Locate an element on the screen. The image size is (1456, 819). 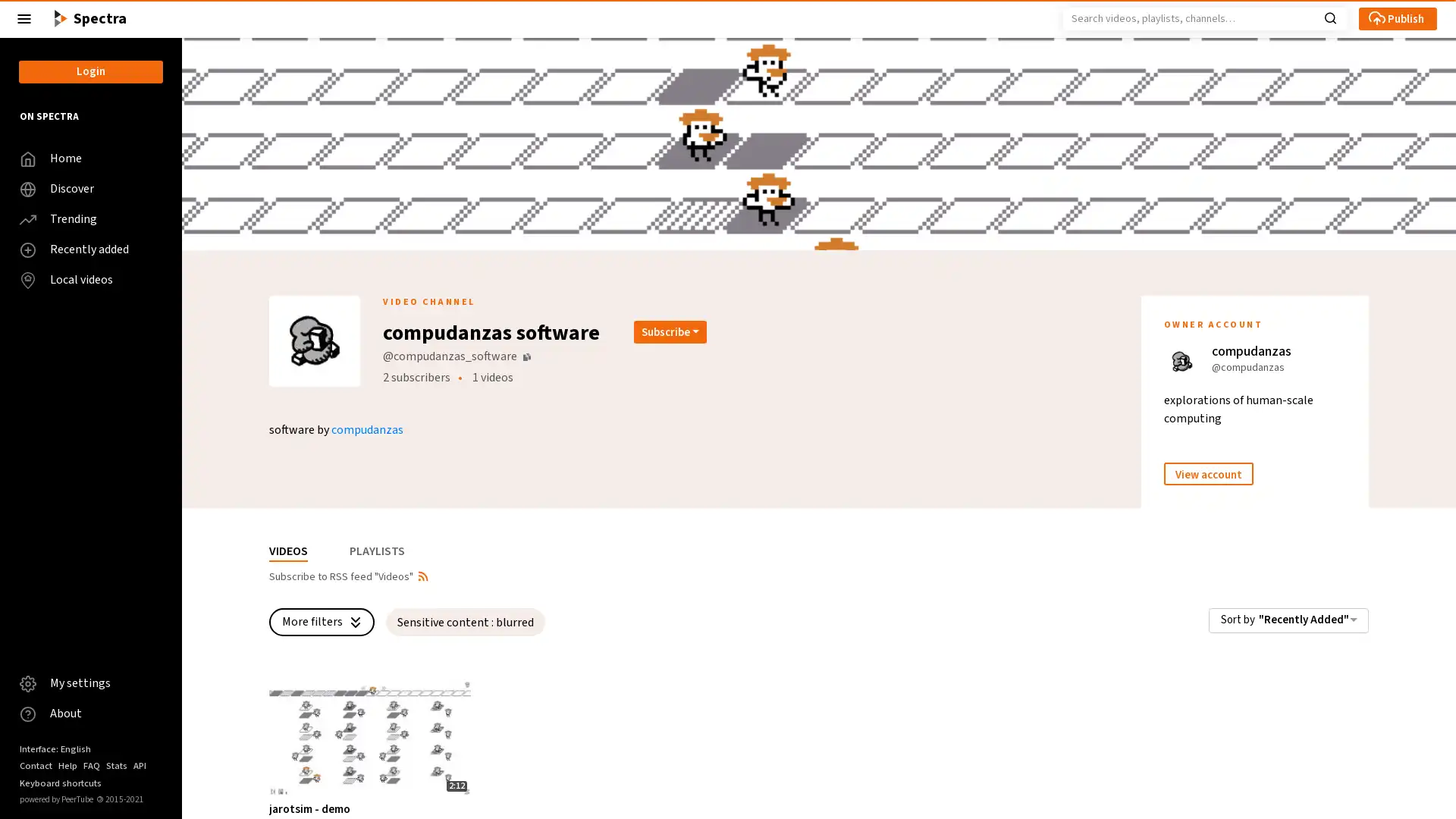
Open subscription dropdown is located at coordinates (669, 330).